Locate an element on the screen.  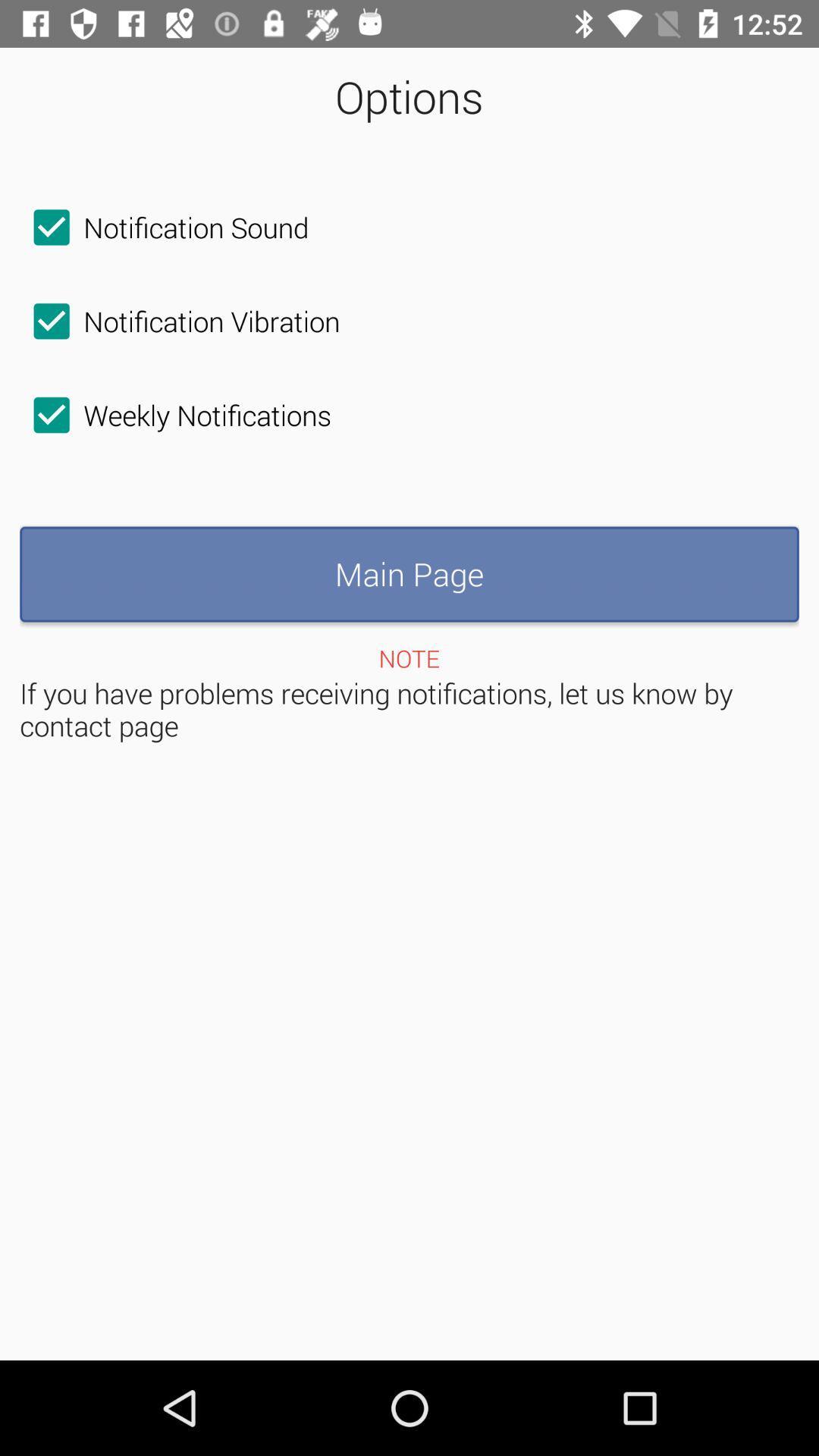
main page is located at coordinates (409, 573).